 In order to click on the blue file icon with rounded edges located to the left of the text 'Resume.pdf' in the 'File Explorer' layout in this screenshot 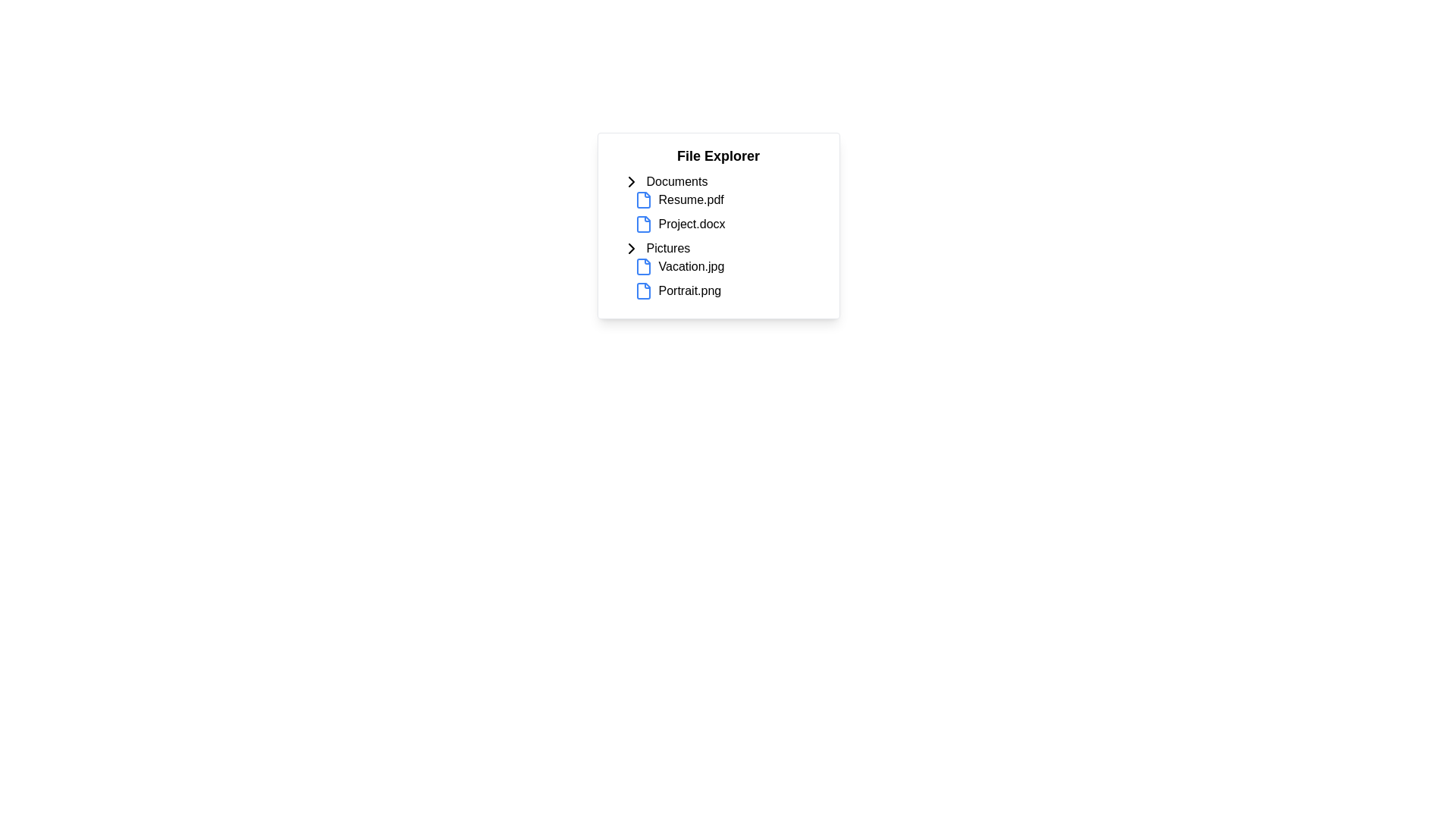, I will do `click(643, 199)`.